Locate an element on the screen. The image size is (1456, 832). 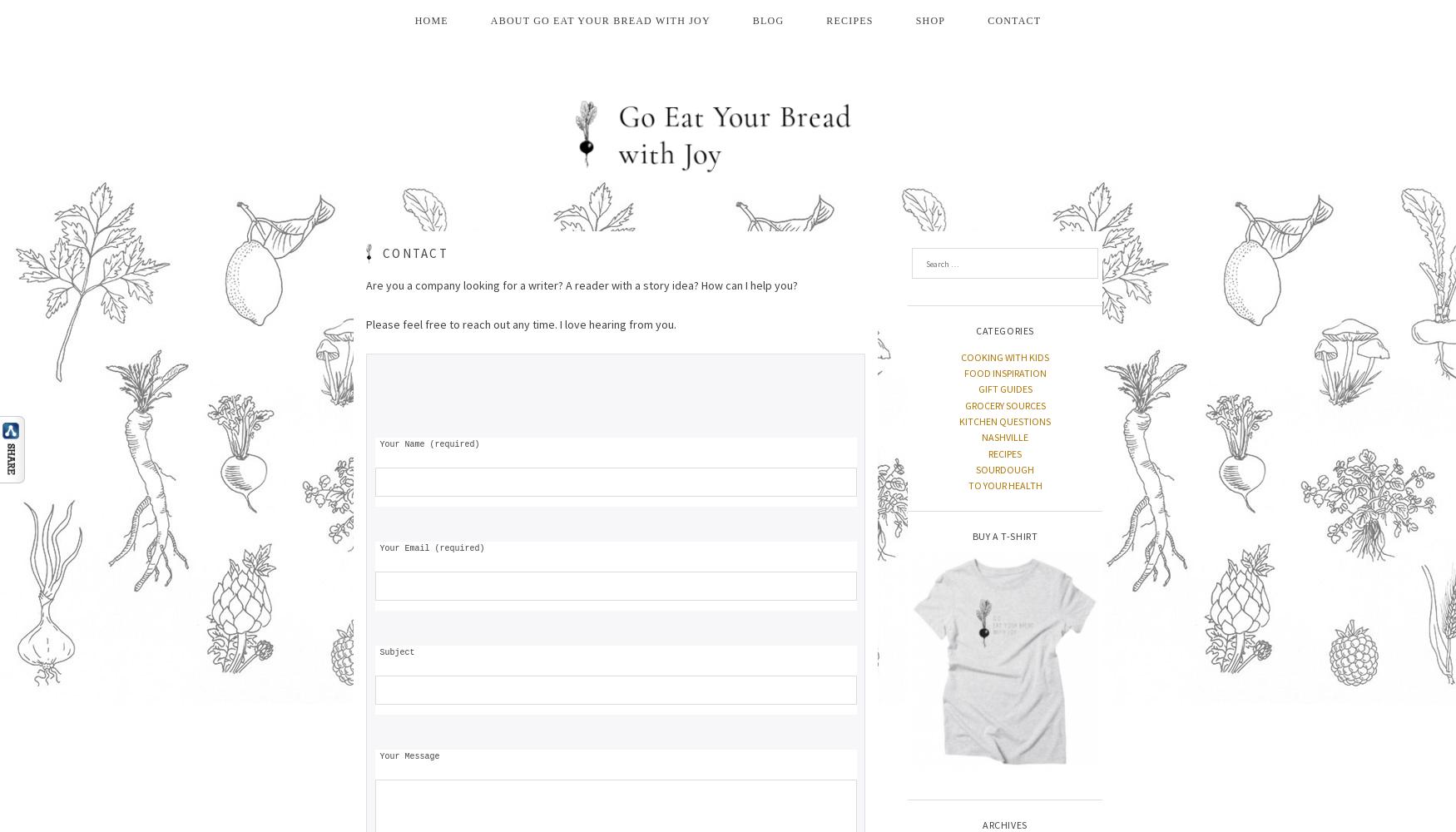
'GIFT GUIDES' is located at coordinates (1004, 388).